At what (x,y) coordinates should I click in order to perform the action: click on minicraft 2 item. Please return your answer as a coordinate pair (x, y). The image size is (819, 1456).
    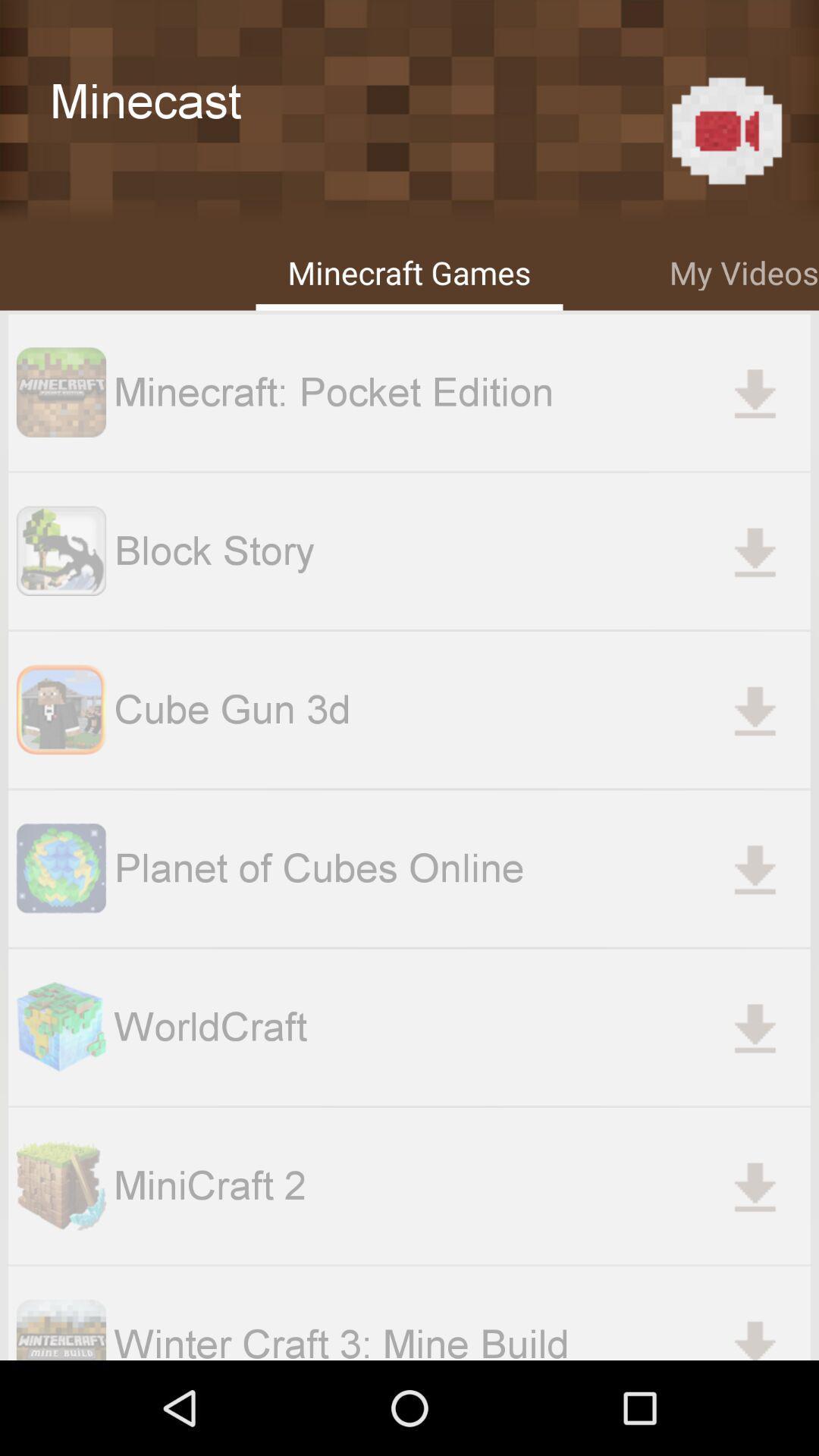
    Looking at the image, I should click on (461, 1185).